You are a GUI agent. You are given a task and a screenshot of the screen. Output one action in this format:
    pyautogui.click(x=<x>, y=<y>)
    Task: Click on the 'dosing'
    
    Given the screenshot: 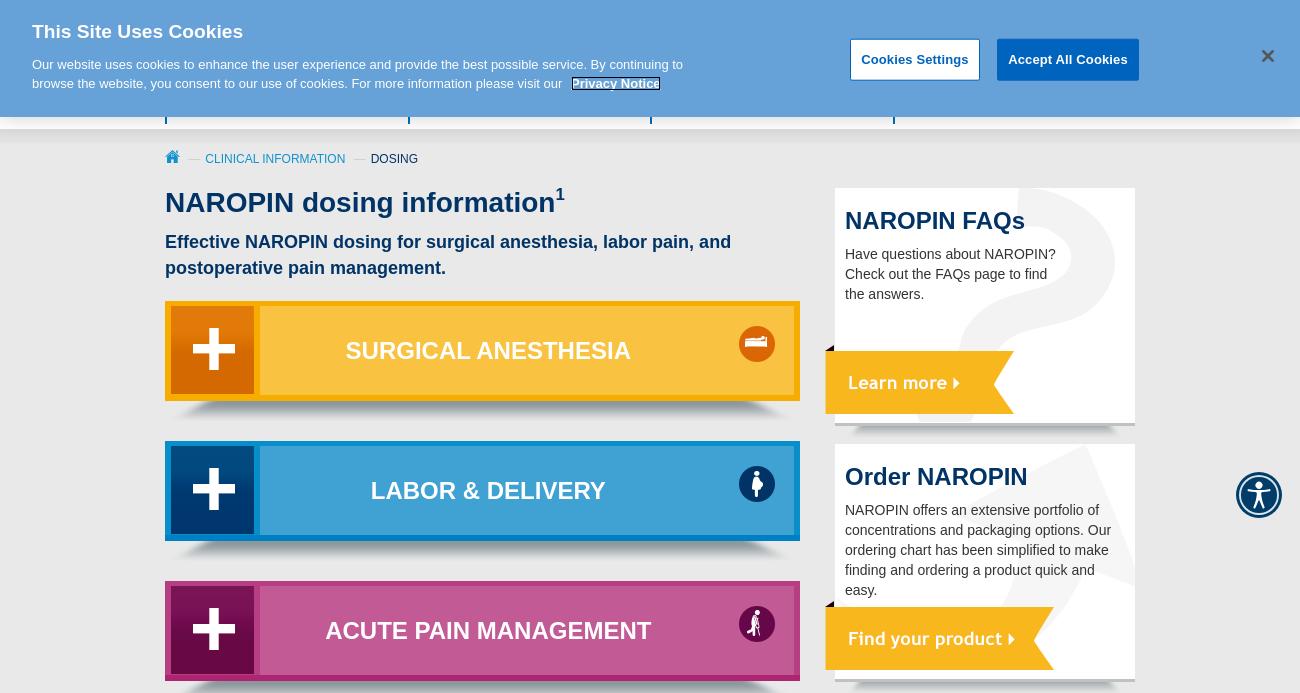 What is the action you would take?
    pyautogui.click(x=394, y=157)
    